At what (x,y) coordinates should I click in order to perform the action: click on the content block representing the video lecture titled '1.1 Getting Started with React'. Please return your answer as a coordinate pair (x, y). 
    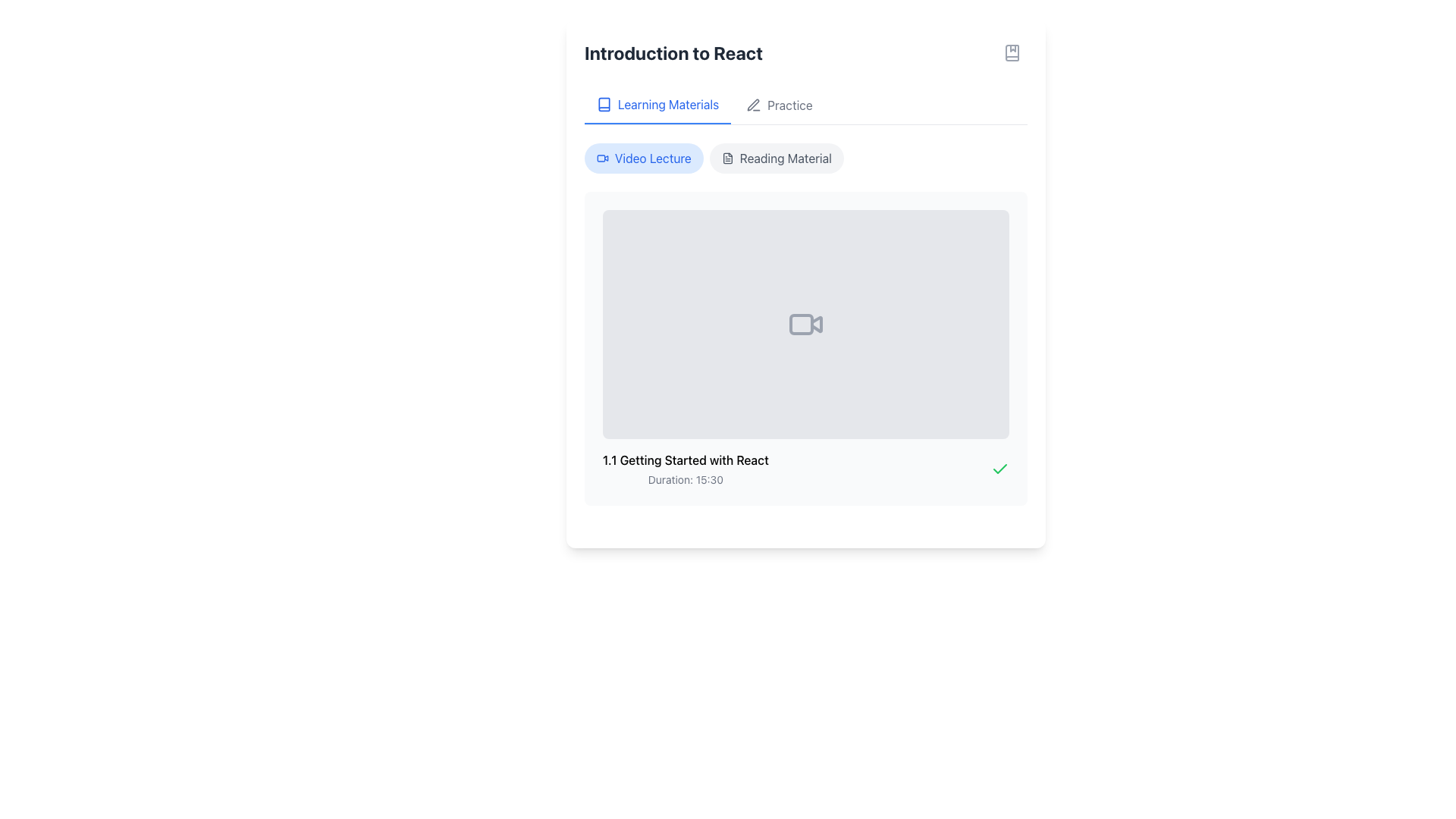
    Looking at the image, I should click on (805, 348).